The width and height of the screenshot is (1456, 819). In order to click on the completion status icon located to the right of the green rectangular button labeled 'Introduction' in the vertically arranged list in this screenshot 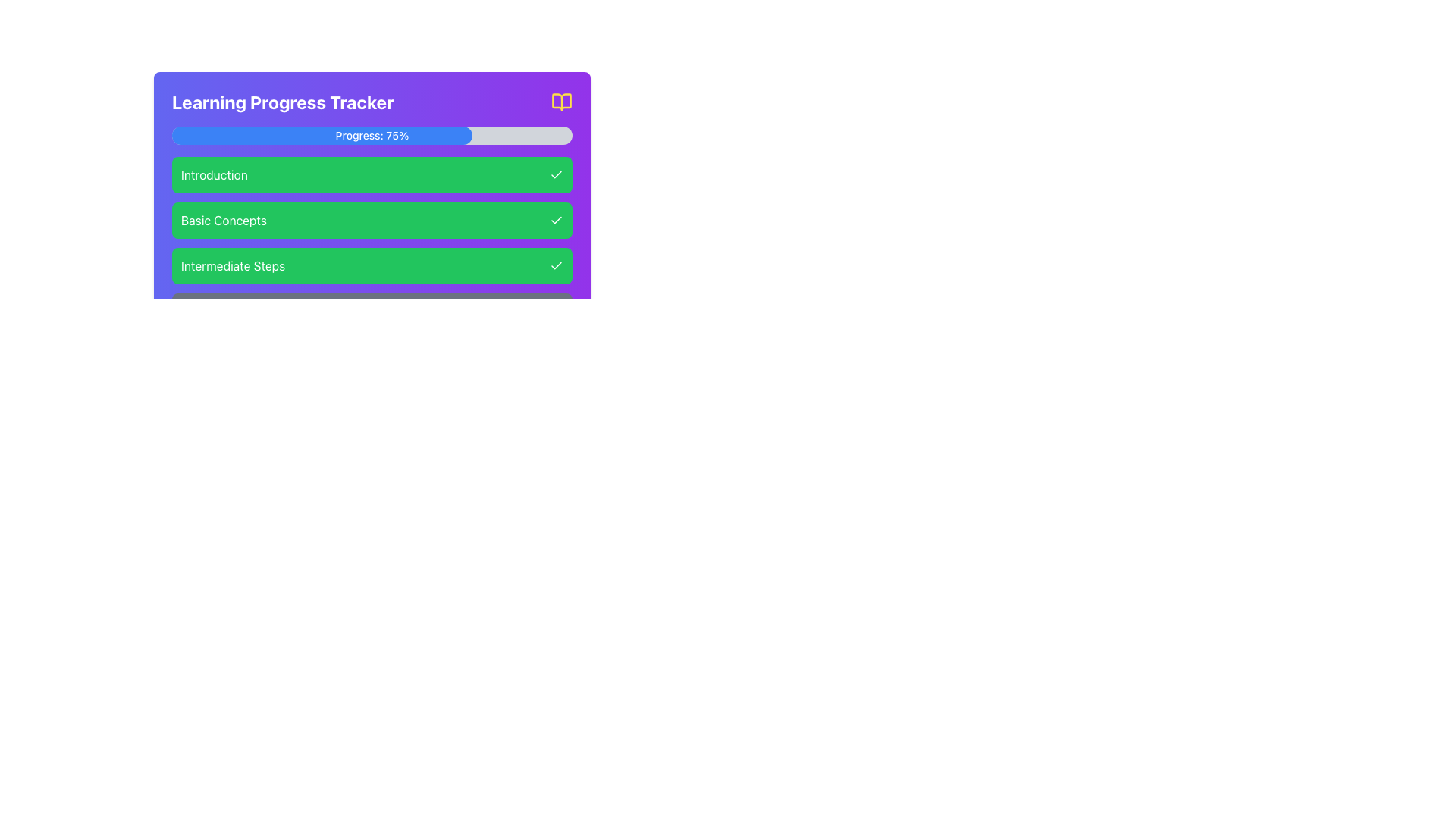, I will do `click(556, 174)`.